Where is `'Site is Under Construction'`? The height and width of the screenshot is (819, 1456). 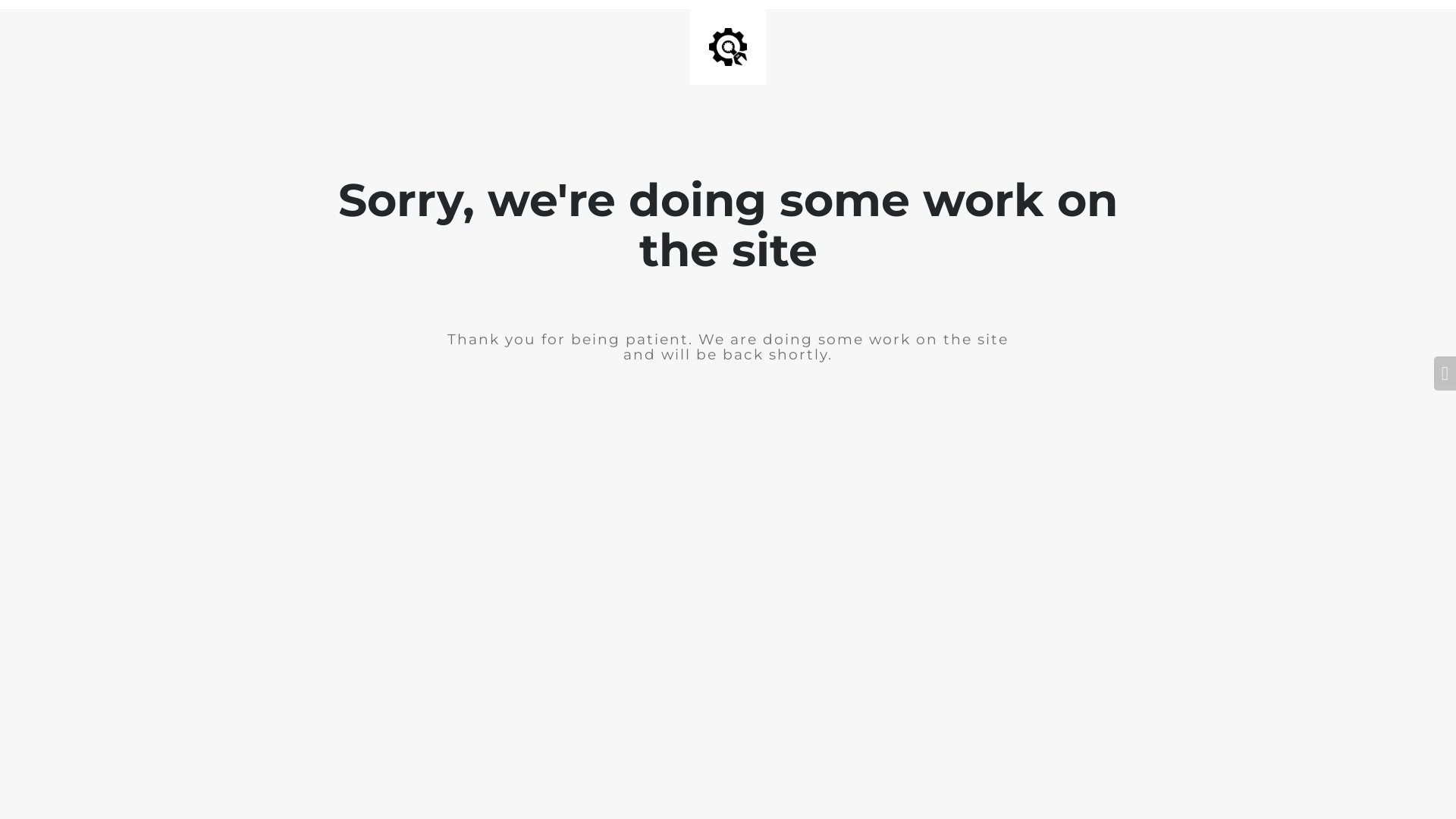 'Site is Under Construction' is located at coordinates (728, 45).